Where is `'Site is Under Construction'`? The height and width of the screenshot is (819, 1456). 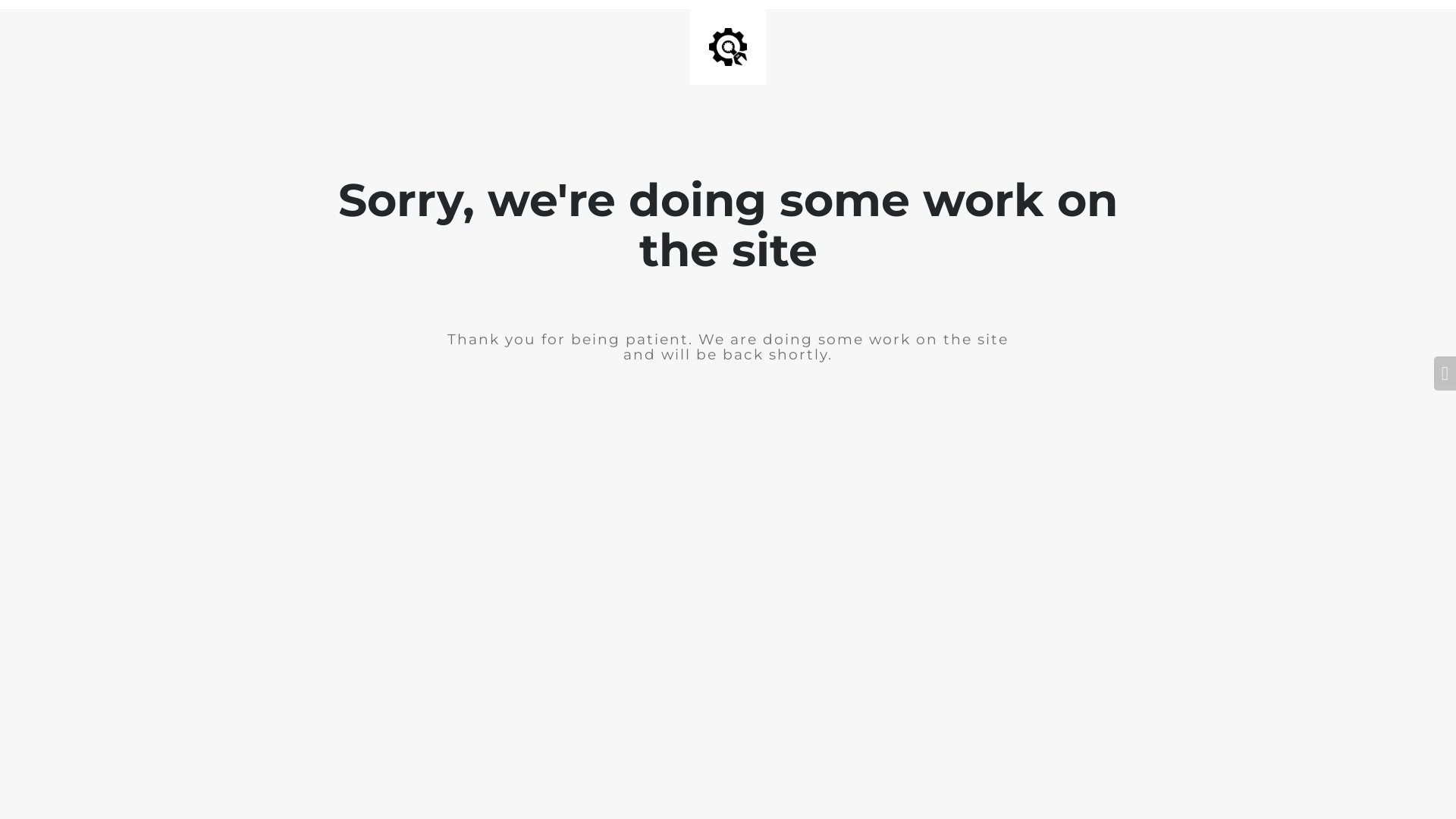 'Site is Under Construction' is located at coordinates (728, 45).